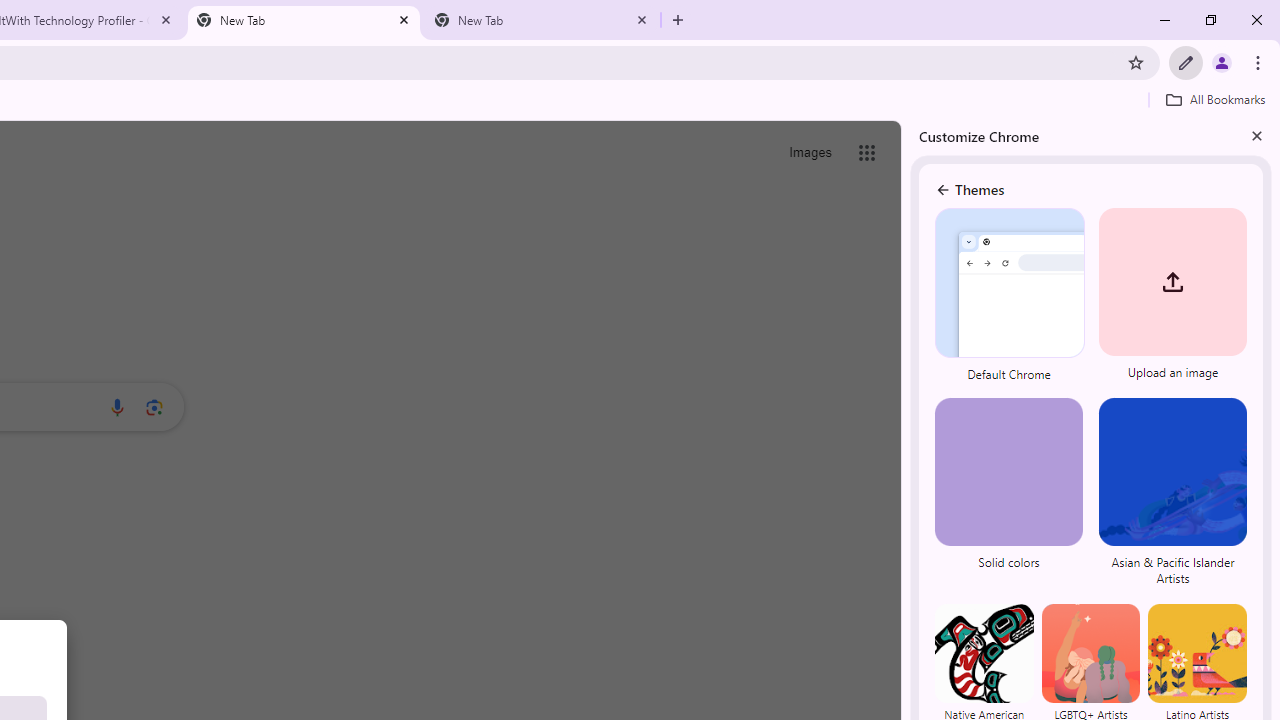  What do you see at coordinates (1010, 494) in the screenshot?
I see `'Solid colors'` at bounding box center [1010, 494].